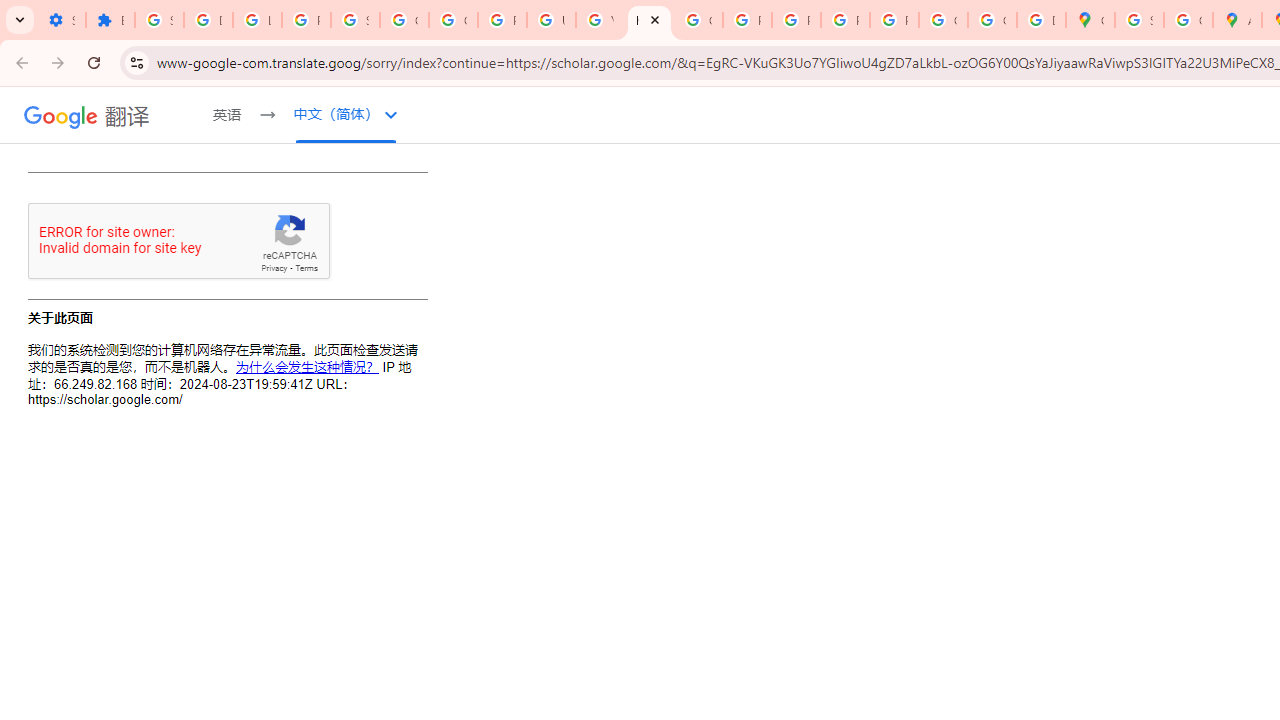 This screenshot has width=1280, height=720. Describe the element at coordinates (273, 266) in the screenshot. I see `'Privacy'` at that location.